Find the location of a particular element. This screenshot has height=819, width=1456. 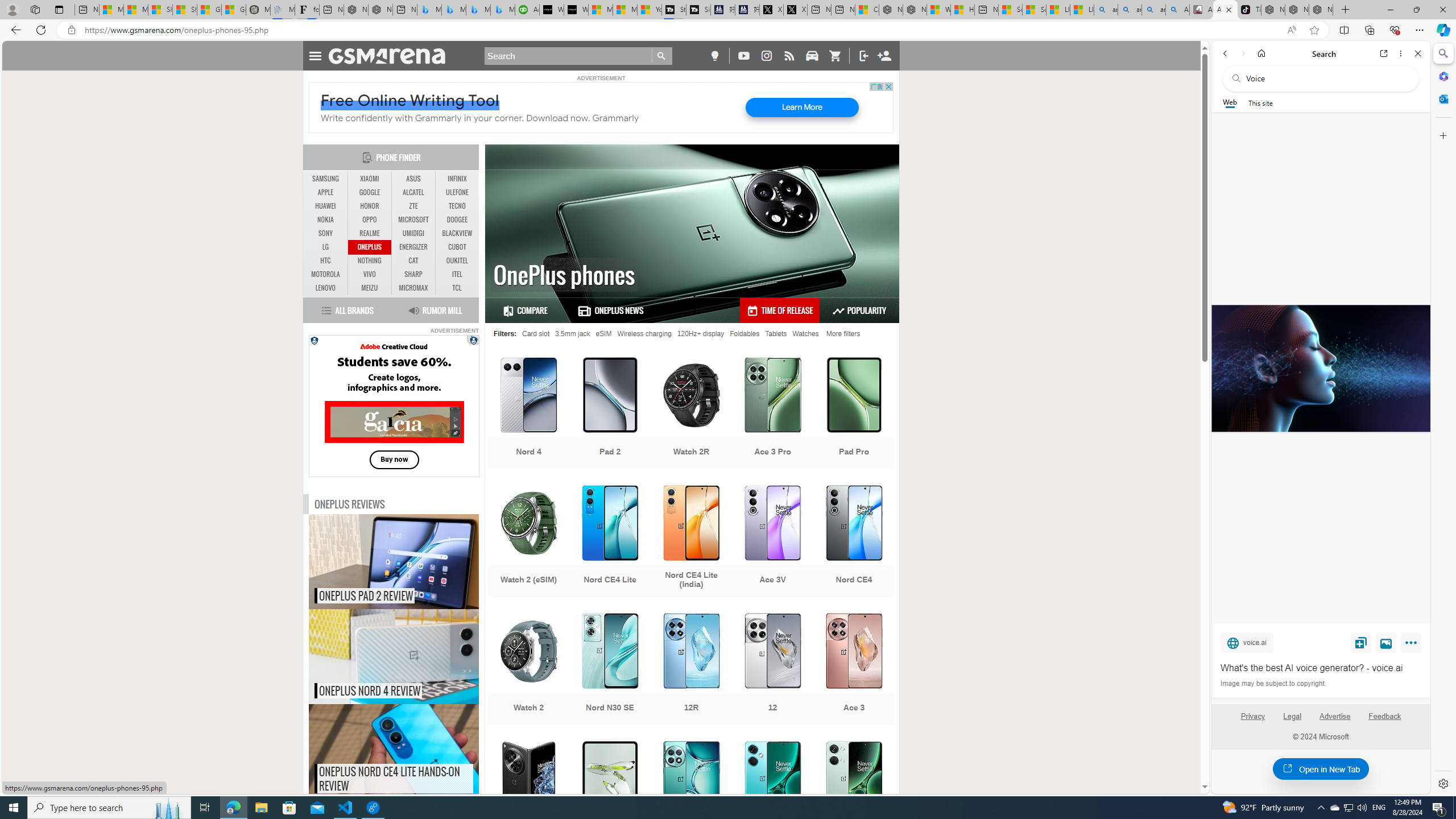

'MOTOROLA' is located at coordinates (325, 274).